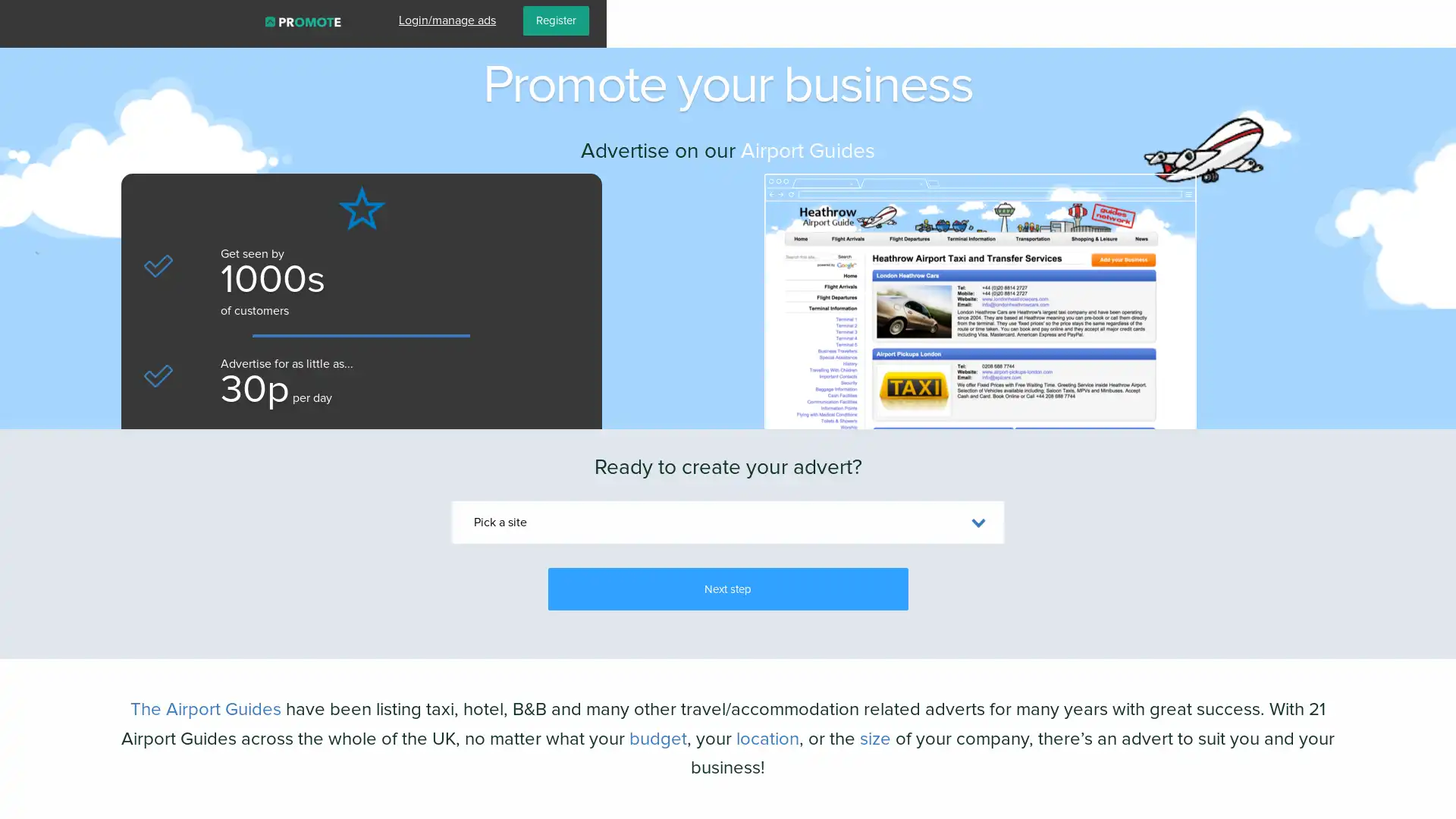 The height and width of the screenshot is (819, 1456). Describe the element at coordinates (1404, 20) in the screenshot. I see `Register` at that location.